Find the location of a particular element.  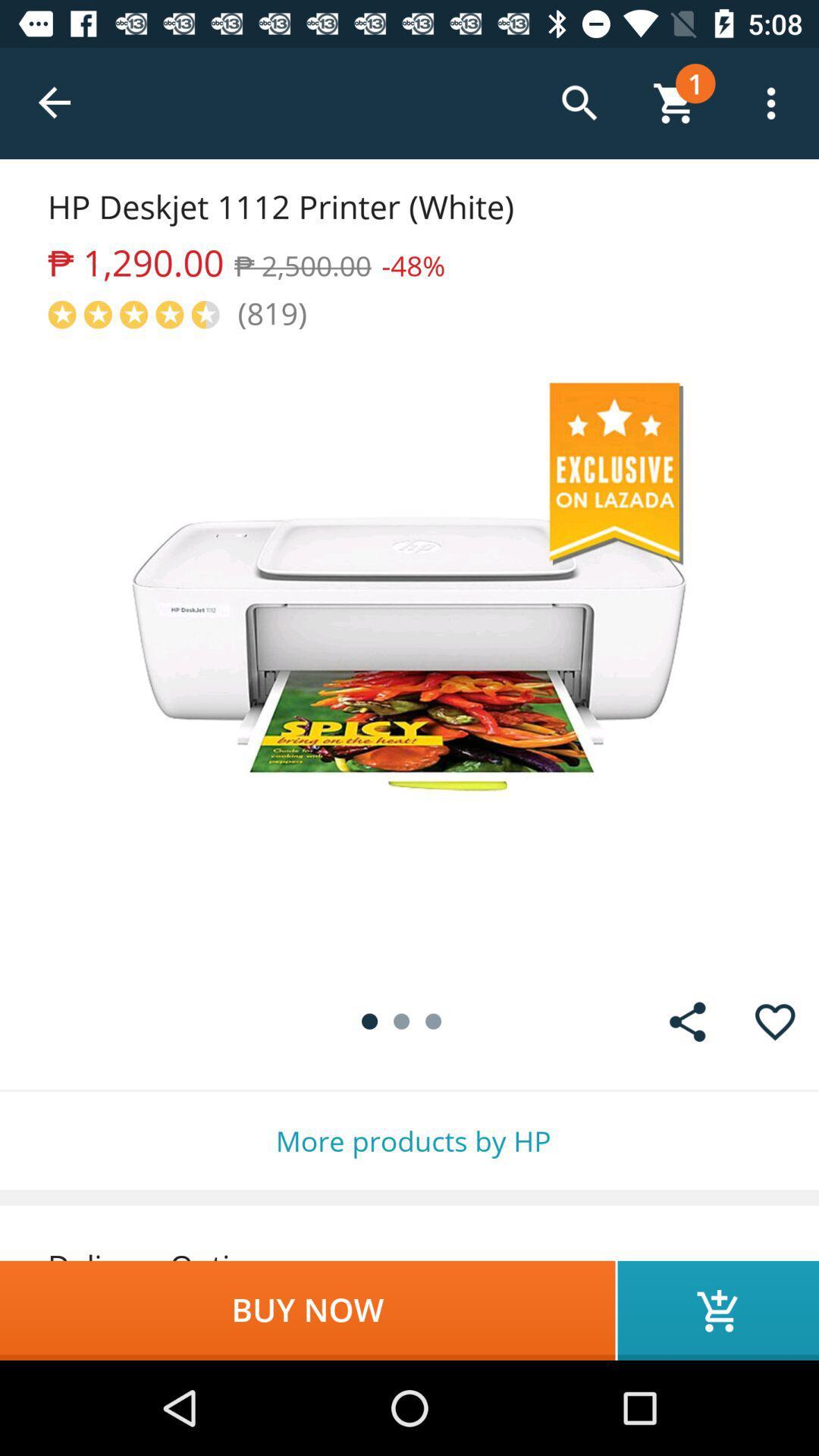

the more products by item is located at coordinates (409, 1141).